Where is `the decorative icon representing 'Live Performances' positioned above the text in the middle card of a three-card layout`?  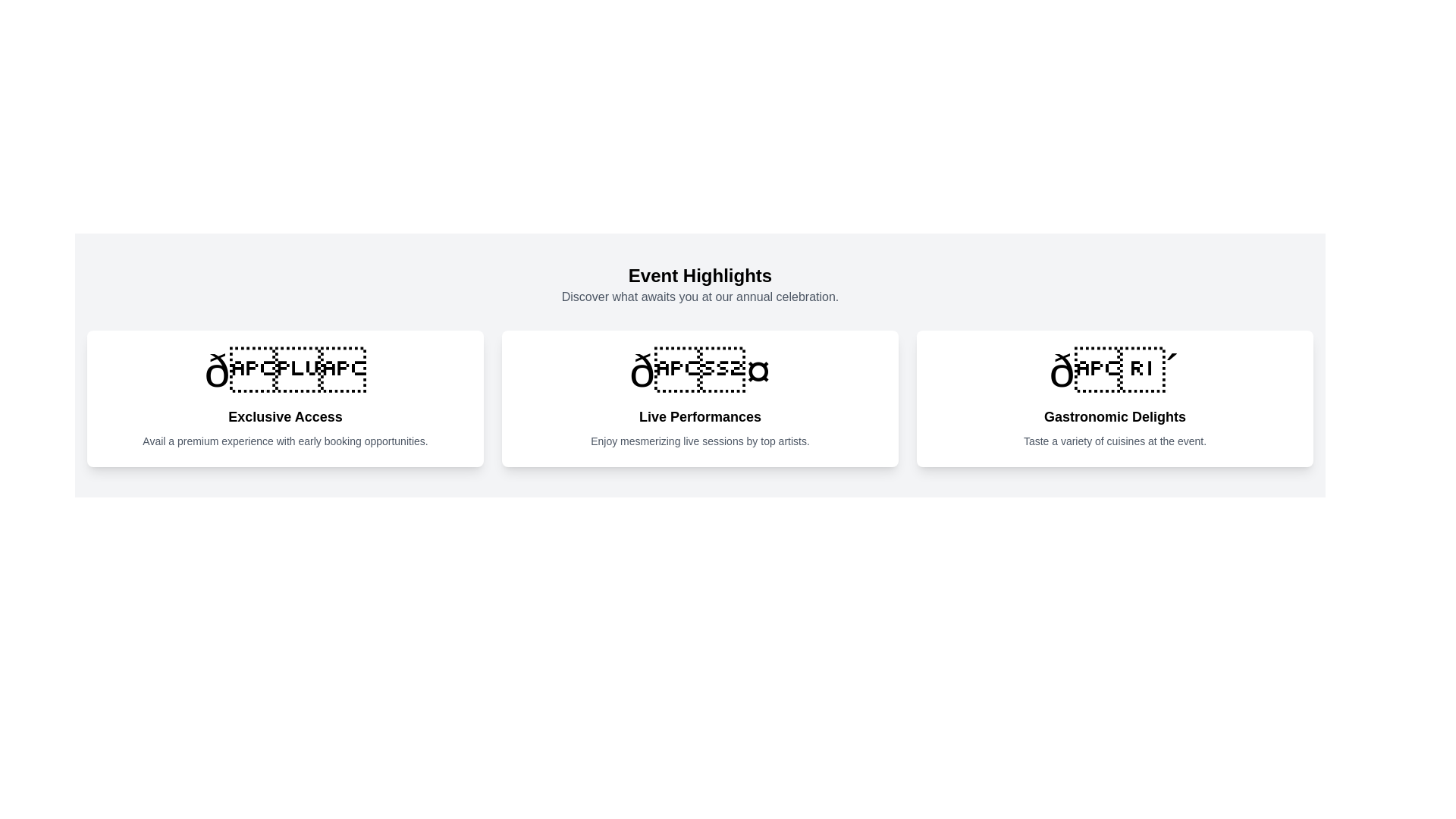
the decorative icon representing 'Live Performances' positioned above the text in the middle card of a three-card layout is located at coordinates (699, 371).